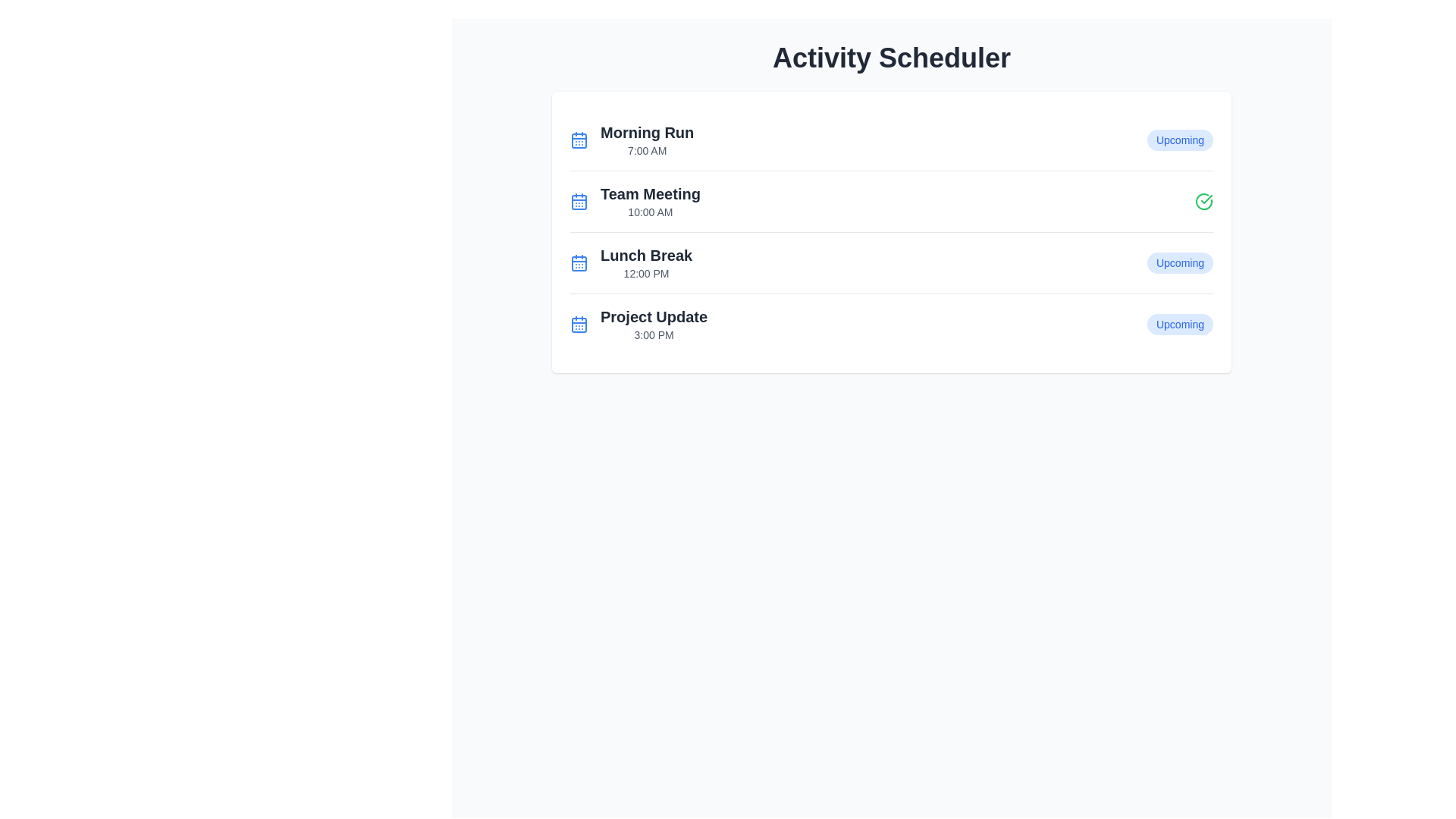 The image size is (1456, 819). Describe the element at coordinates (639, 324) in the screenshot. I see `the fourth item in the vertical list of scheduled activities in the activity scheduler panel` at that location.